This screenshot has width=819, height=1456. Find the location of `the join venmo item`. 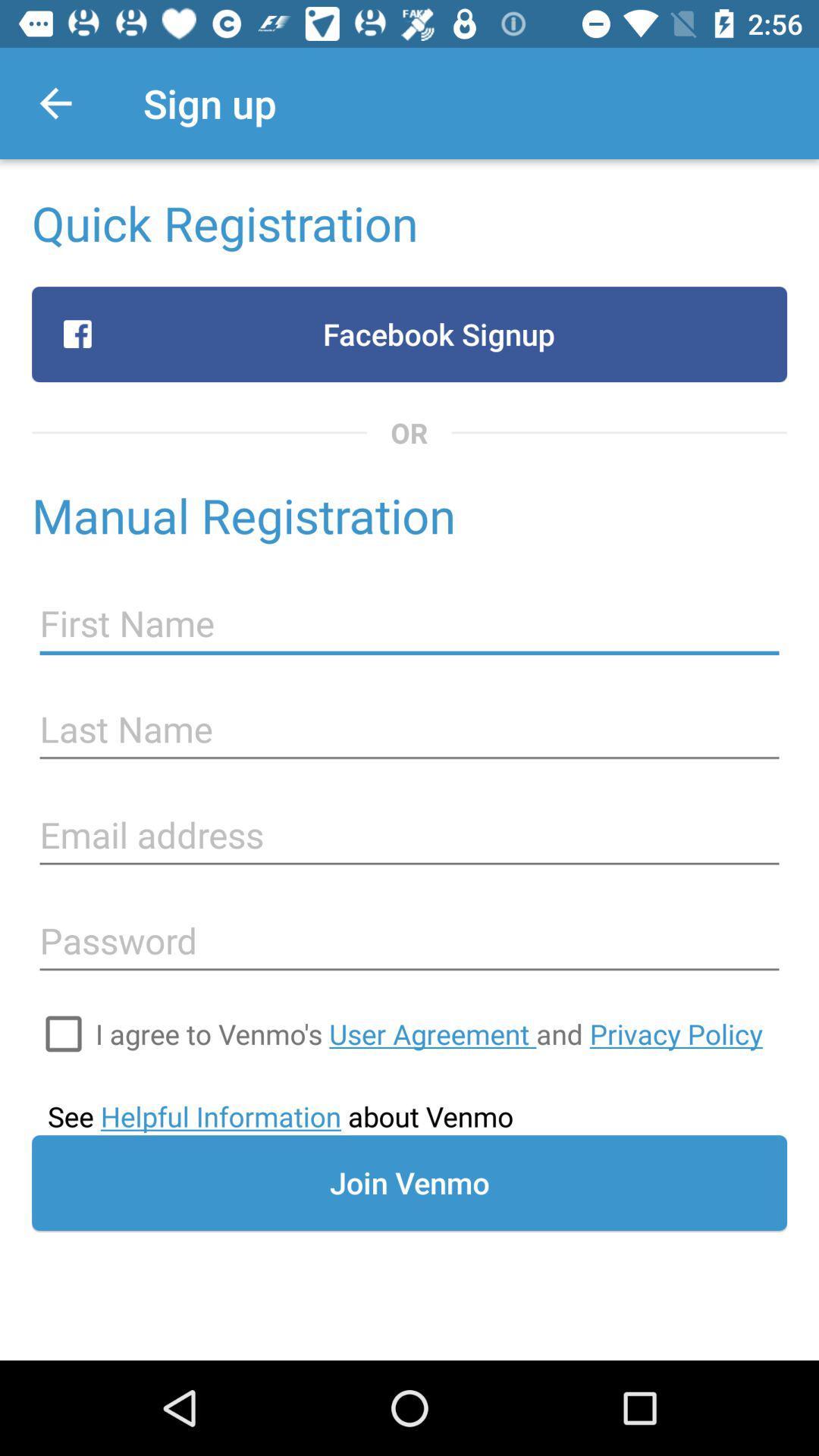

the join venmo item is located at coordinates (409, 1182).